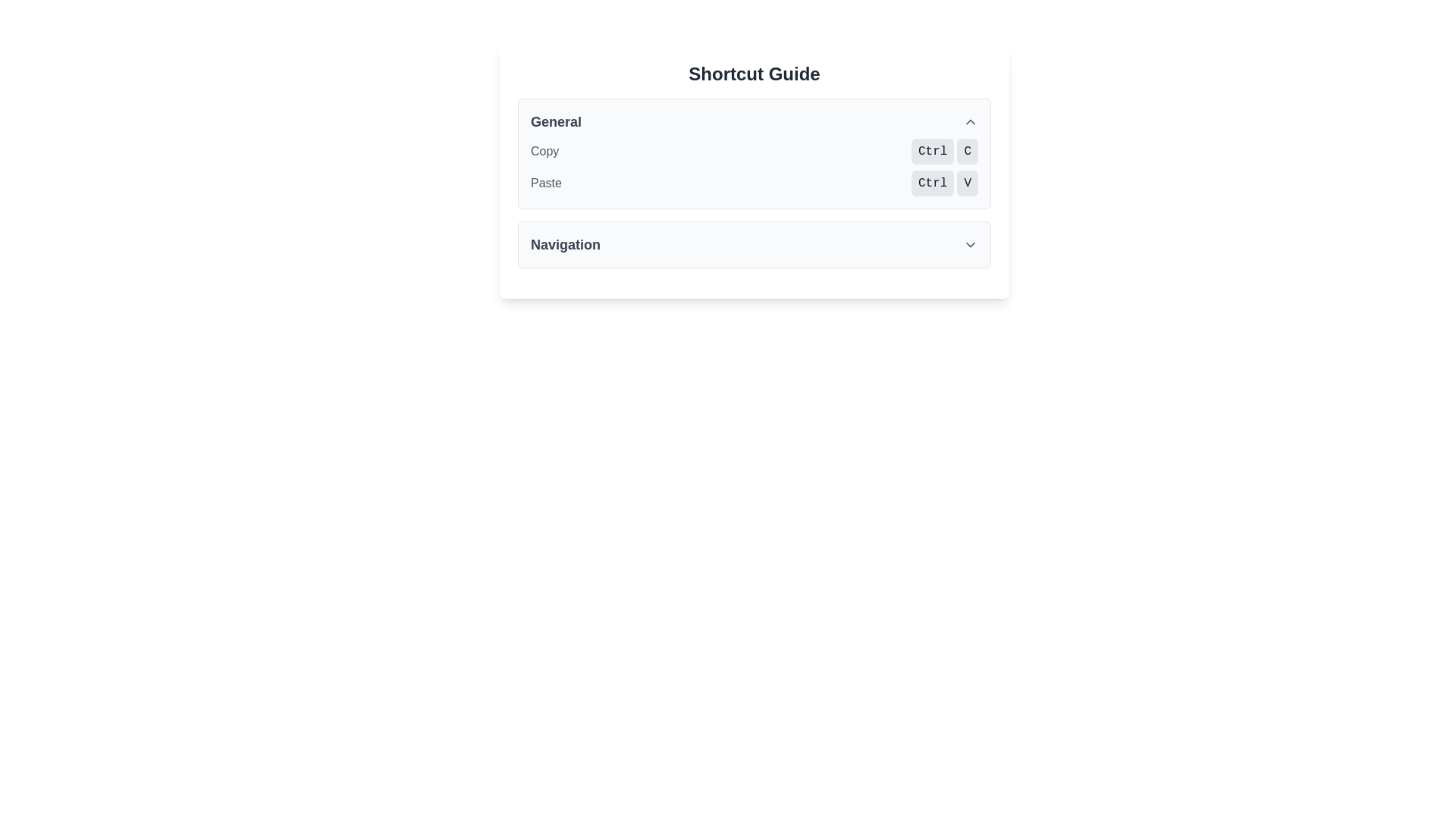 The image size is (1456, 819). What do you see at coordinates (932, 152) in the screenshot?
I see `the 'Ctrl' button, which is a rectangular button-like component with a light gray background and darker gray text, located towards the center-right of the interface within the 'Shortcut Guide'` at bounding box center [932, 152].